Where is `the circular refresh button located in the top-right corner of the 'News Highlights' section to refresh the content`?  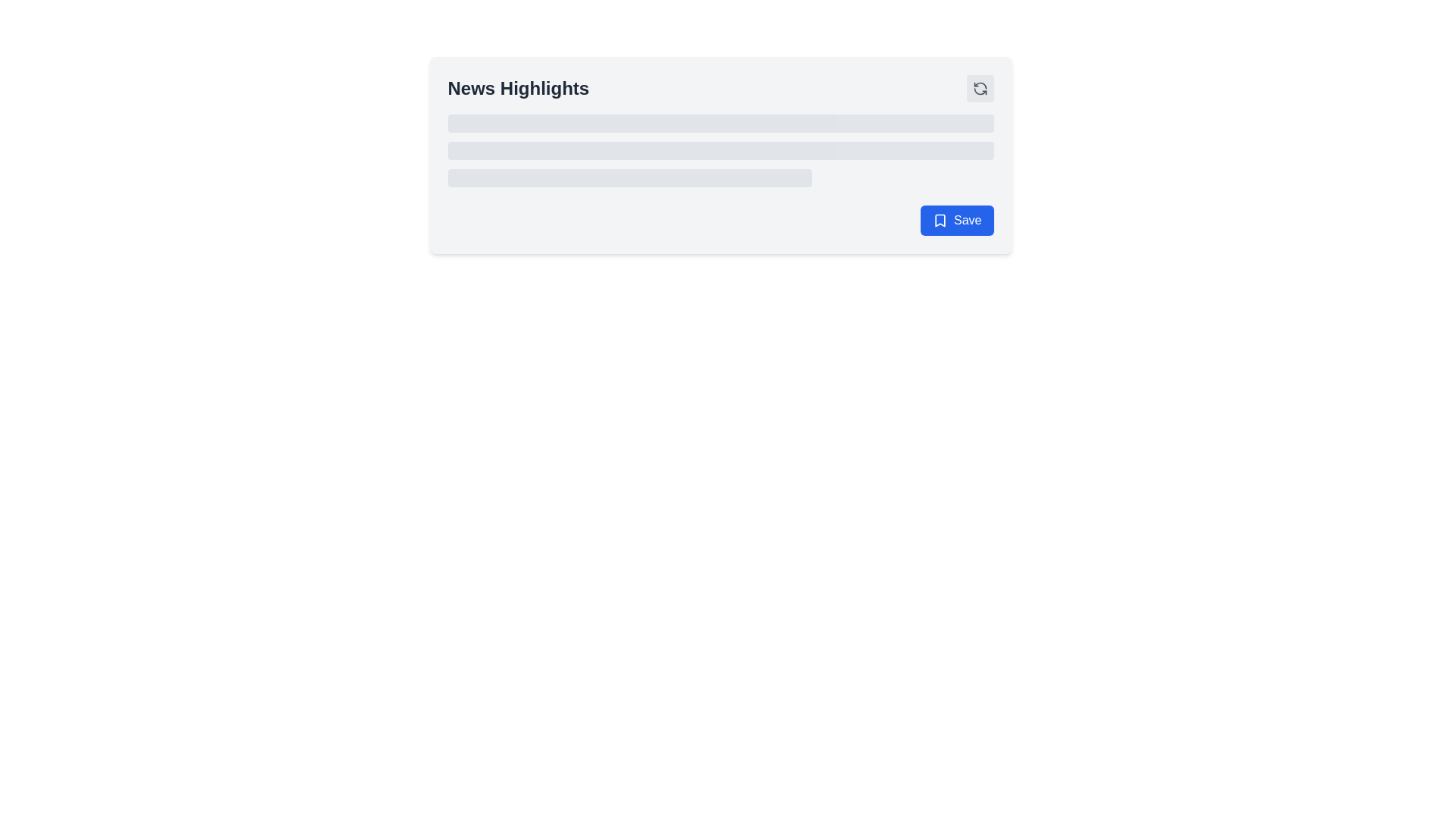
the circular refresh button located in the top-right corner of the 'News Highlights' section to refresh the content is located at coordinates (980, 88).